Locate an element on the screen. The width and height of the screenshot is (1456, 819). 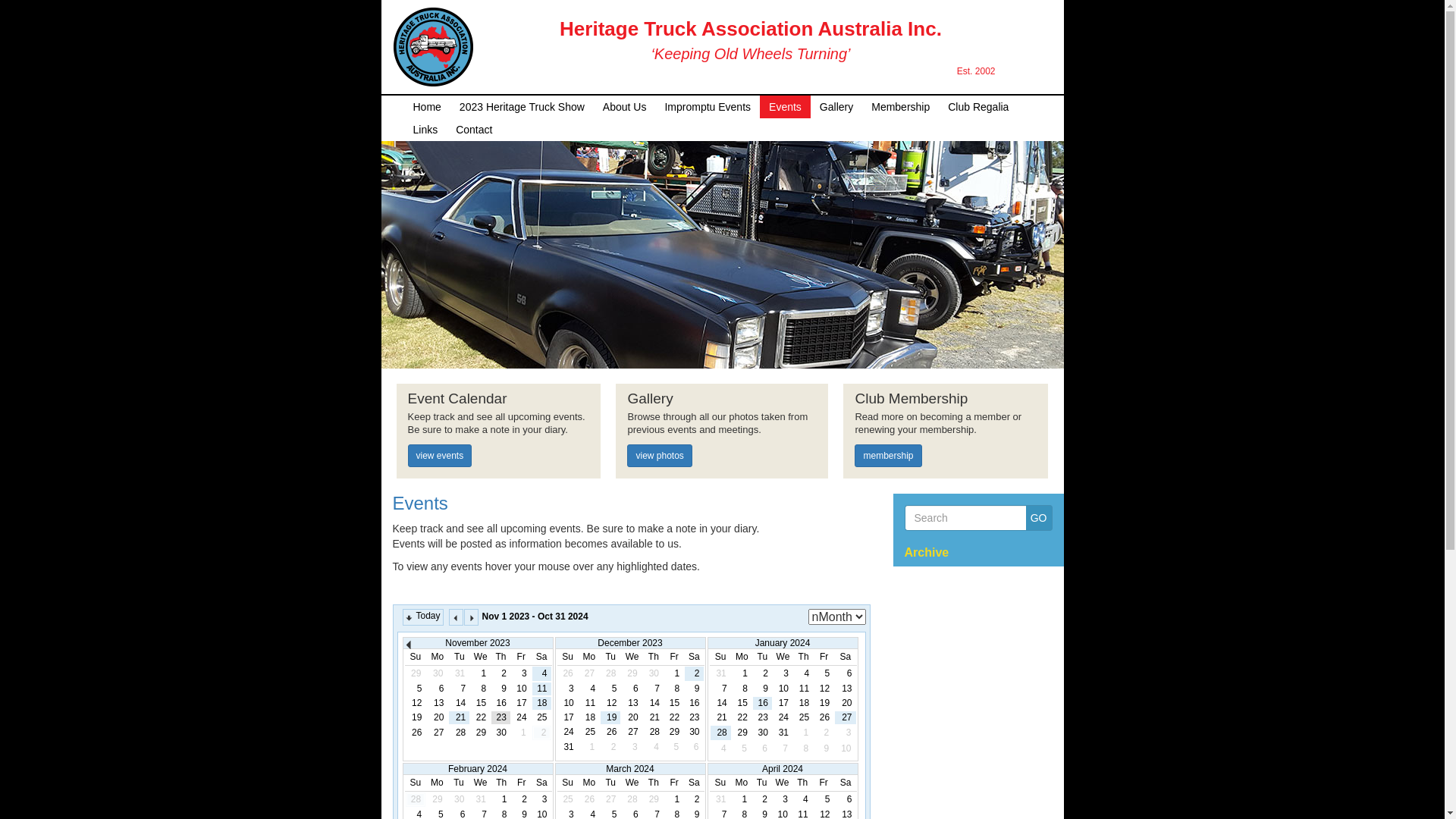
'25' is located at coordinates (541, 717).